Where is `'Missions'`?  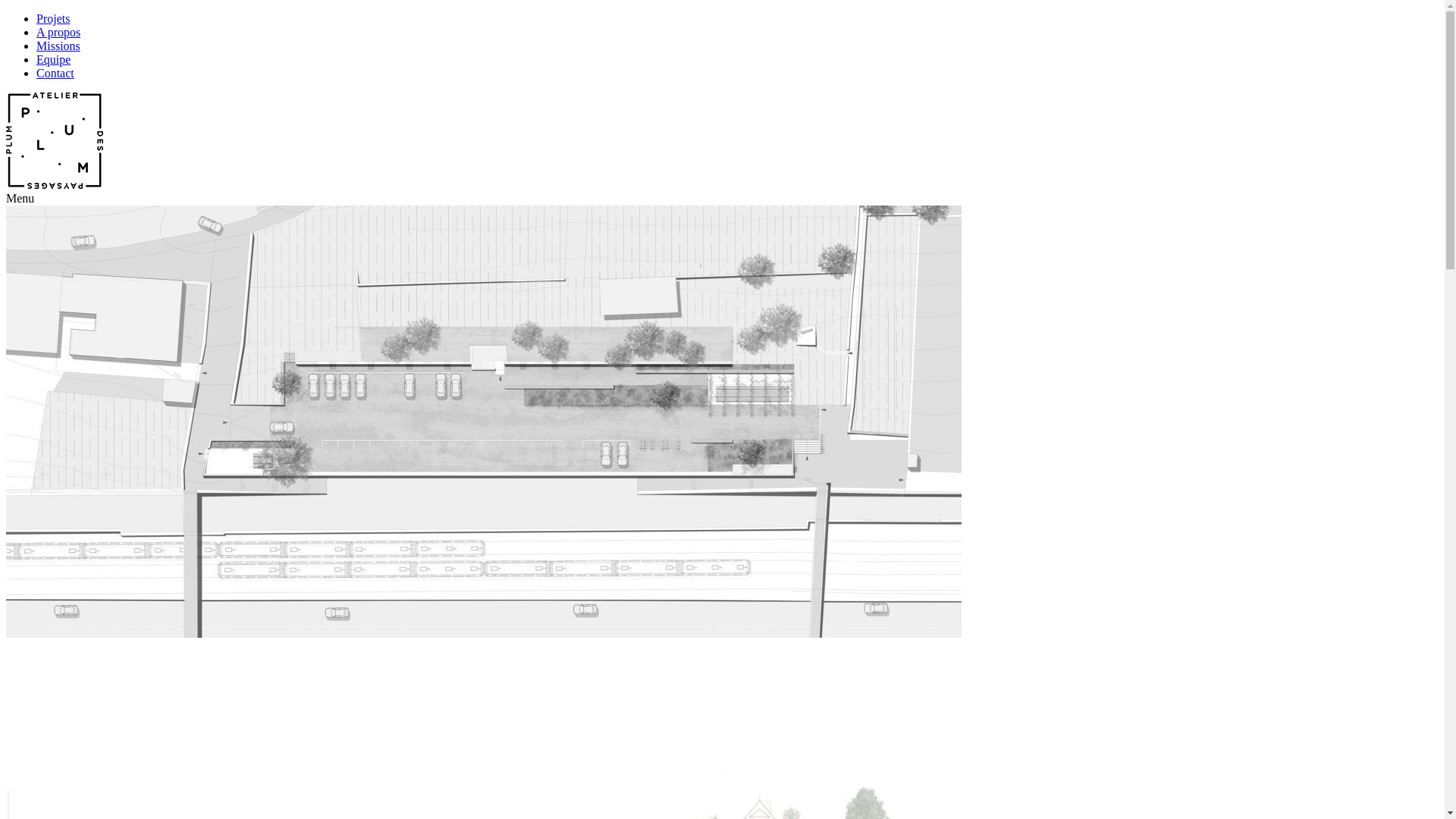
'Missions' is located at coordinates (58, 45).